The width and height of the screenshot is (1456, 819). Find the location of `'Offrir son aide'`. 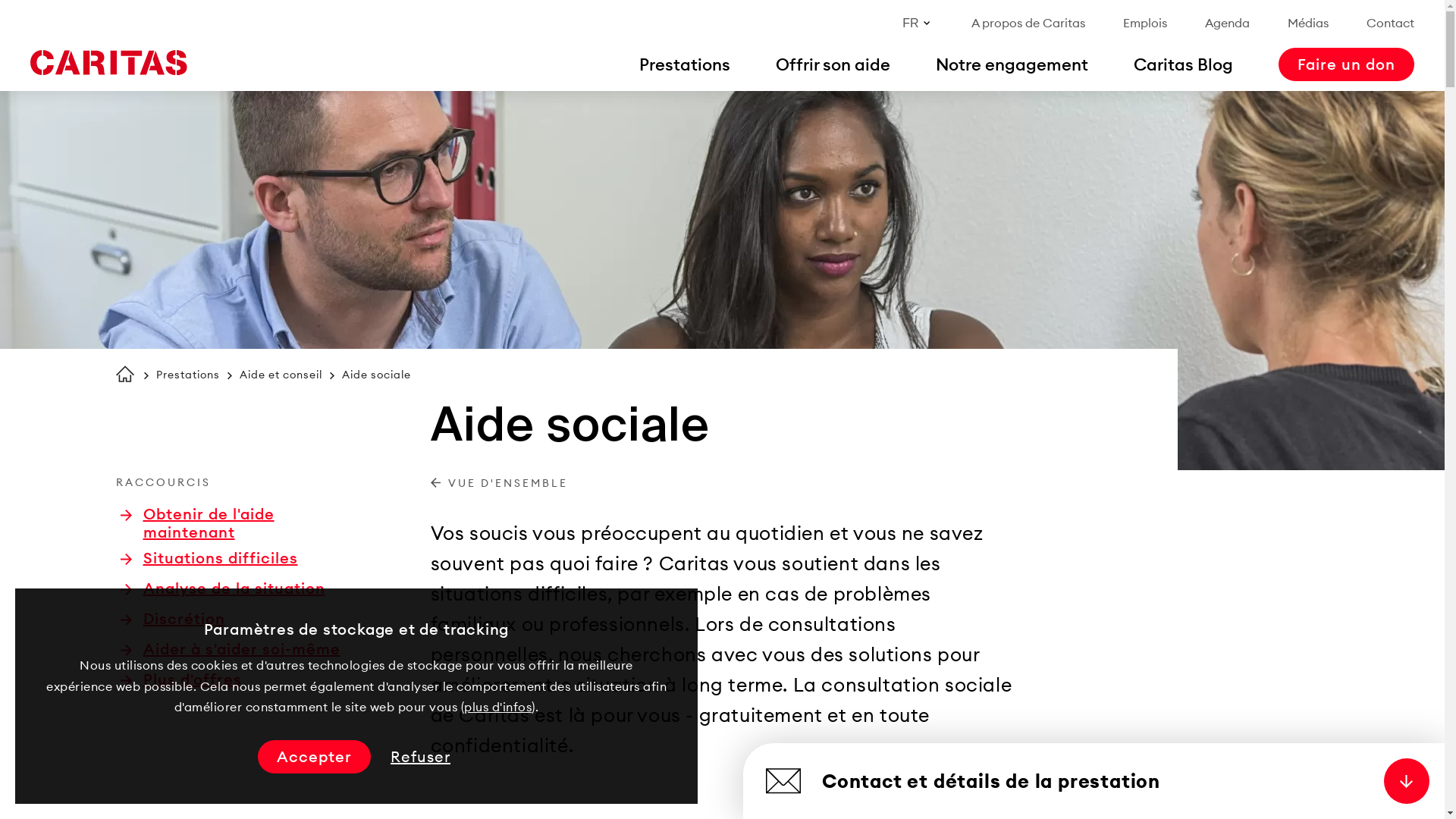

'Offrir son aide' is located at coordinates (832, 63).